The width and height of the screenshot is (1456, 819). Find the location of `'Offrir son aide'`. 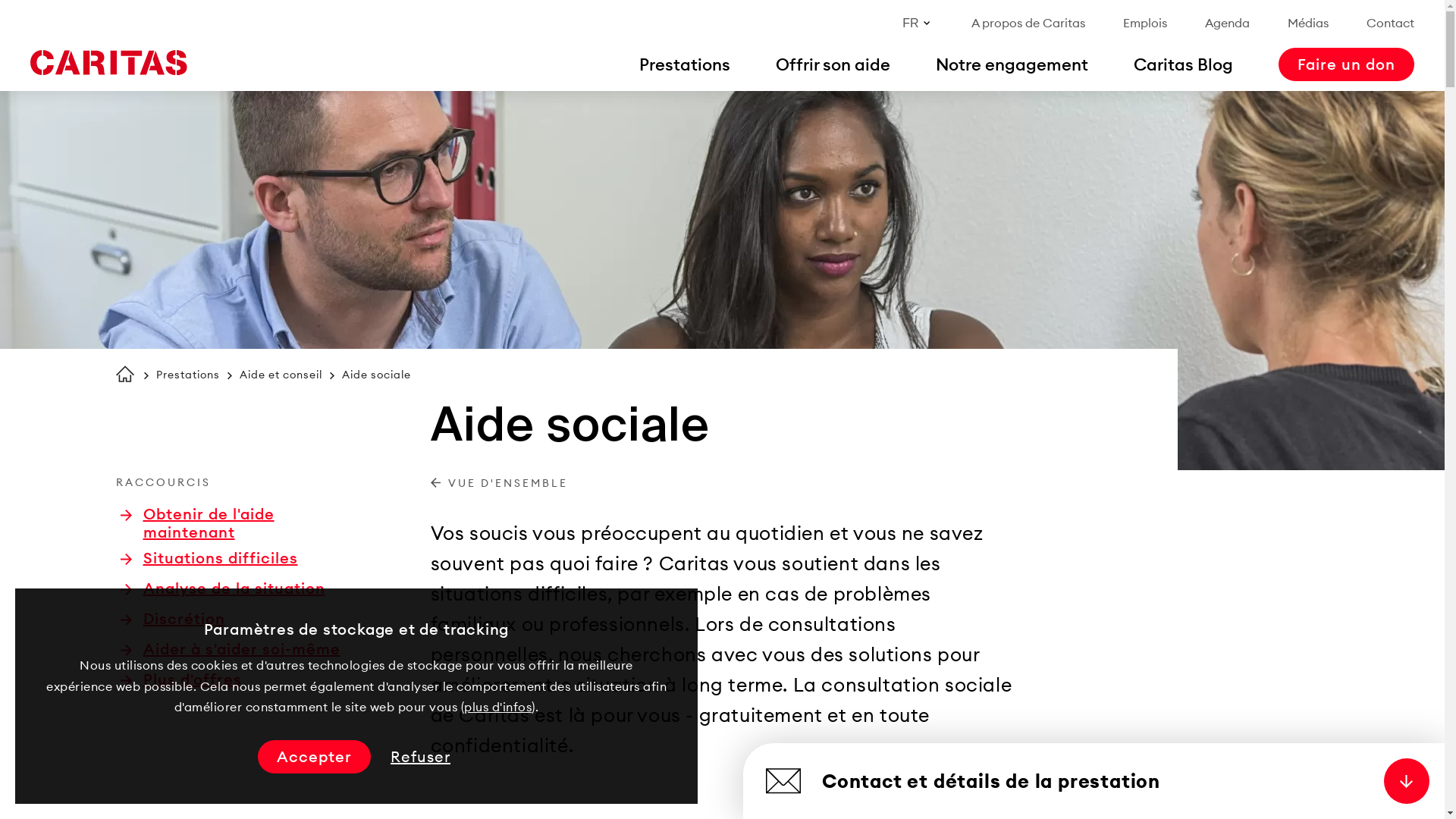

'Offrir son aide' is located at coordinates (832, 63).